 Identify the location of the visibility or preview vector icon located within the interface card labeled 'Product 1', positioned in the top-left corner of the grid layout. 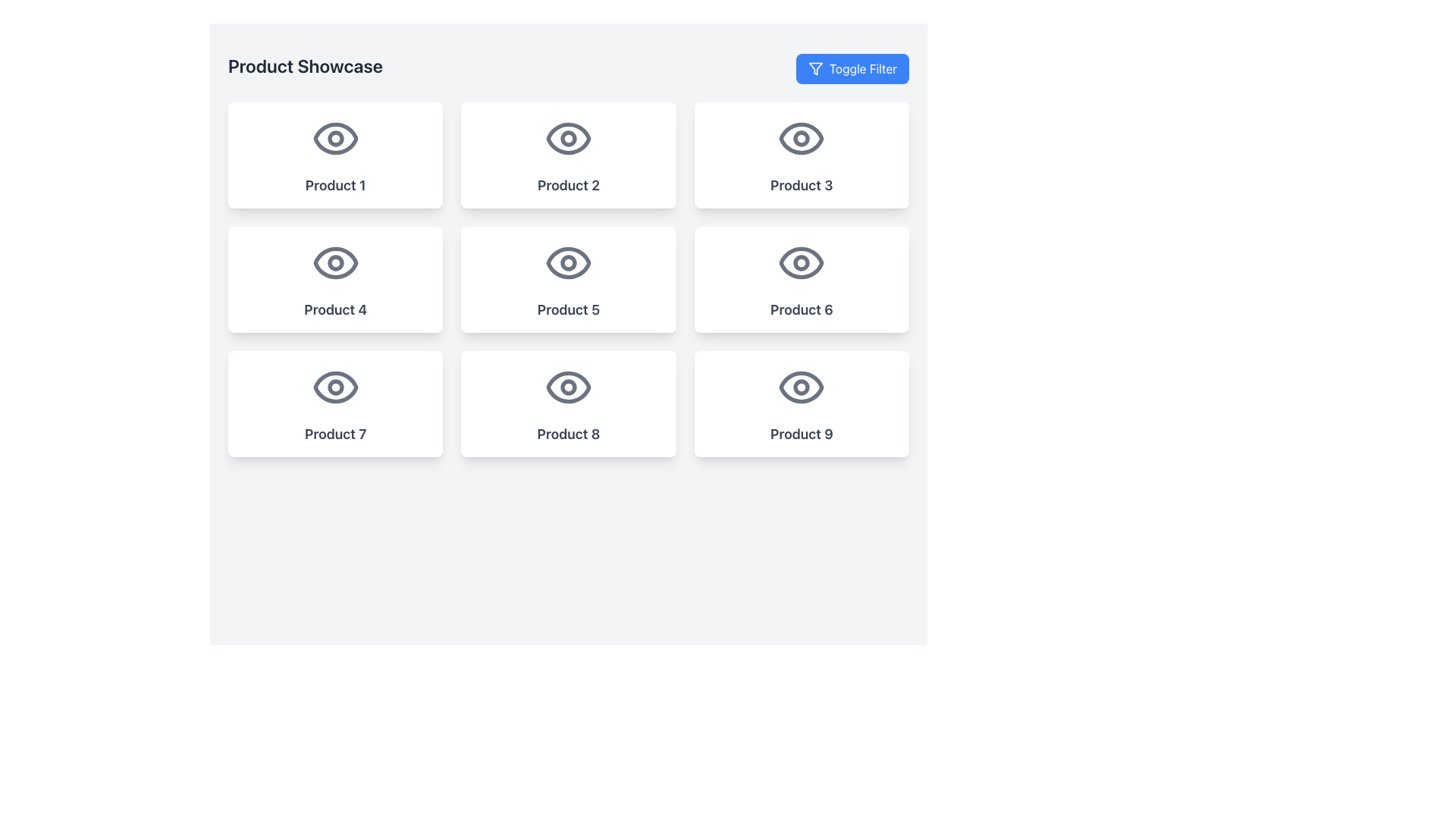
(334, 138).